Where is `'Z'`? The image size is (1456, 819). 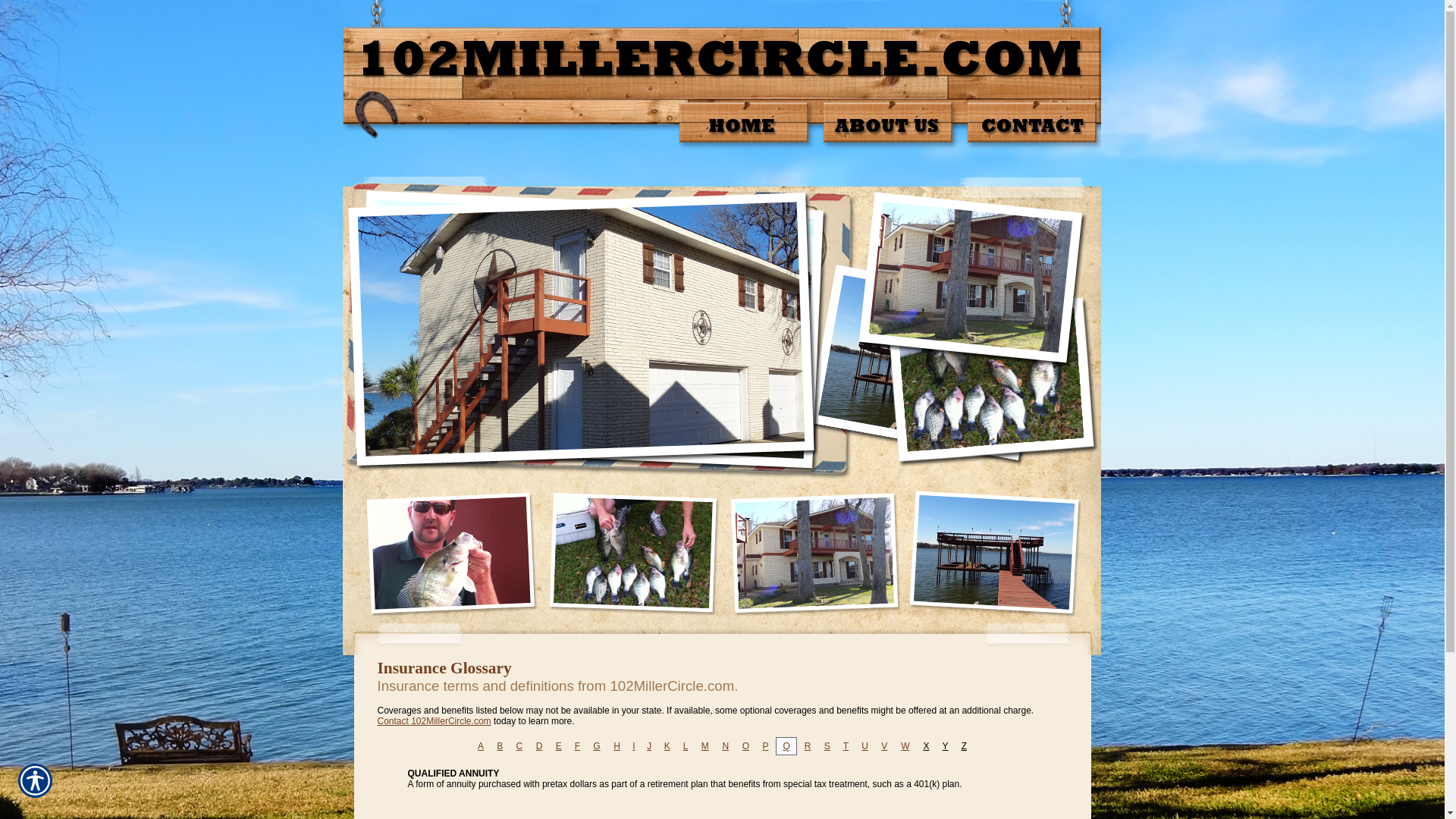 'Z' is located at coordinates (963, 745).